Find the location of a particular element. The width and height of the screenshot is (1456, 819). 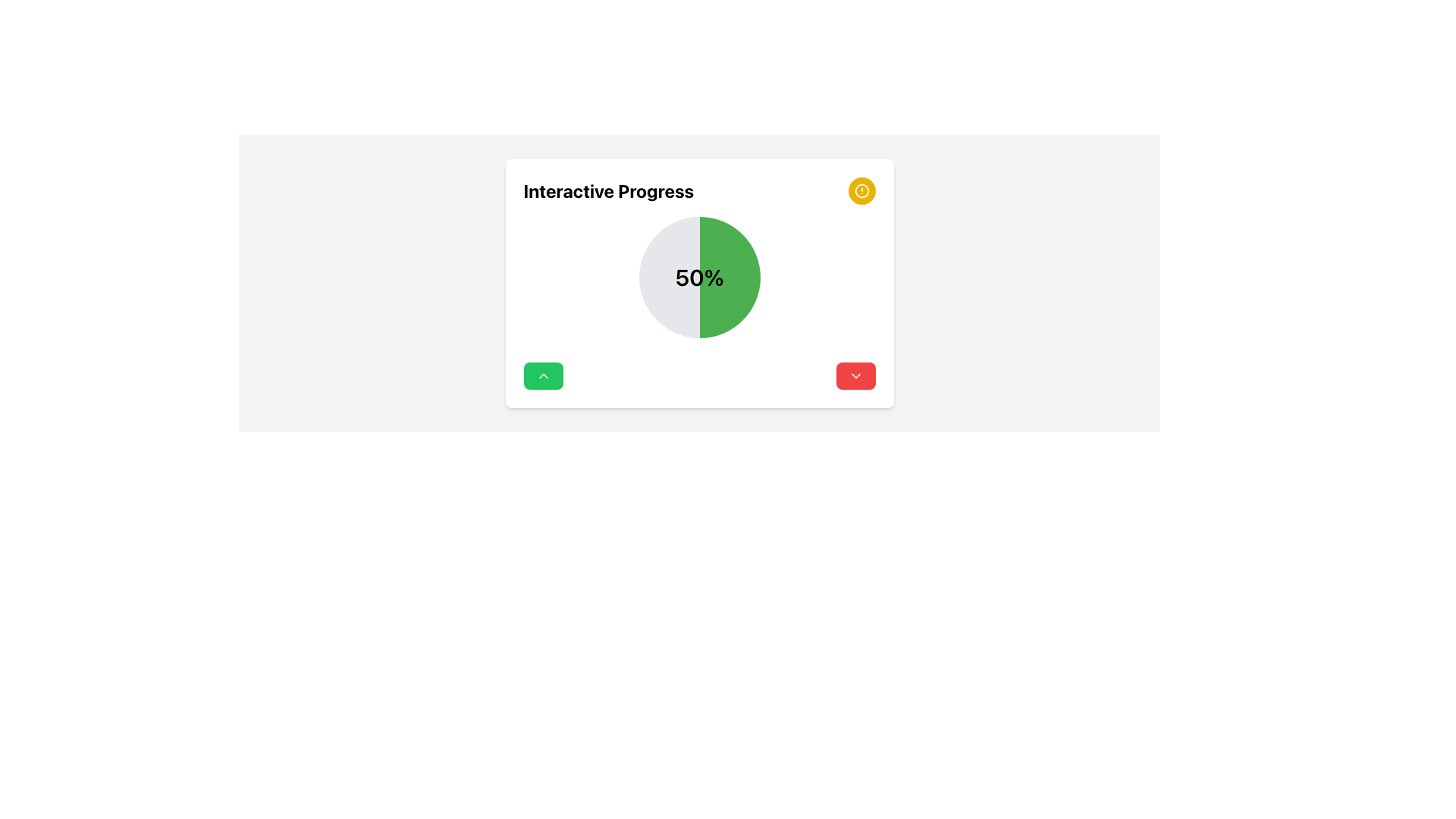

the green circular button icon located at the bottom-left corner of the card titled 'Interactive Progress' is located at coordinates (543, 375).